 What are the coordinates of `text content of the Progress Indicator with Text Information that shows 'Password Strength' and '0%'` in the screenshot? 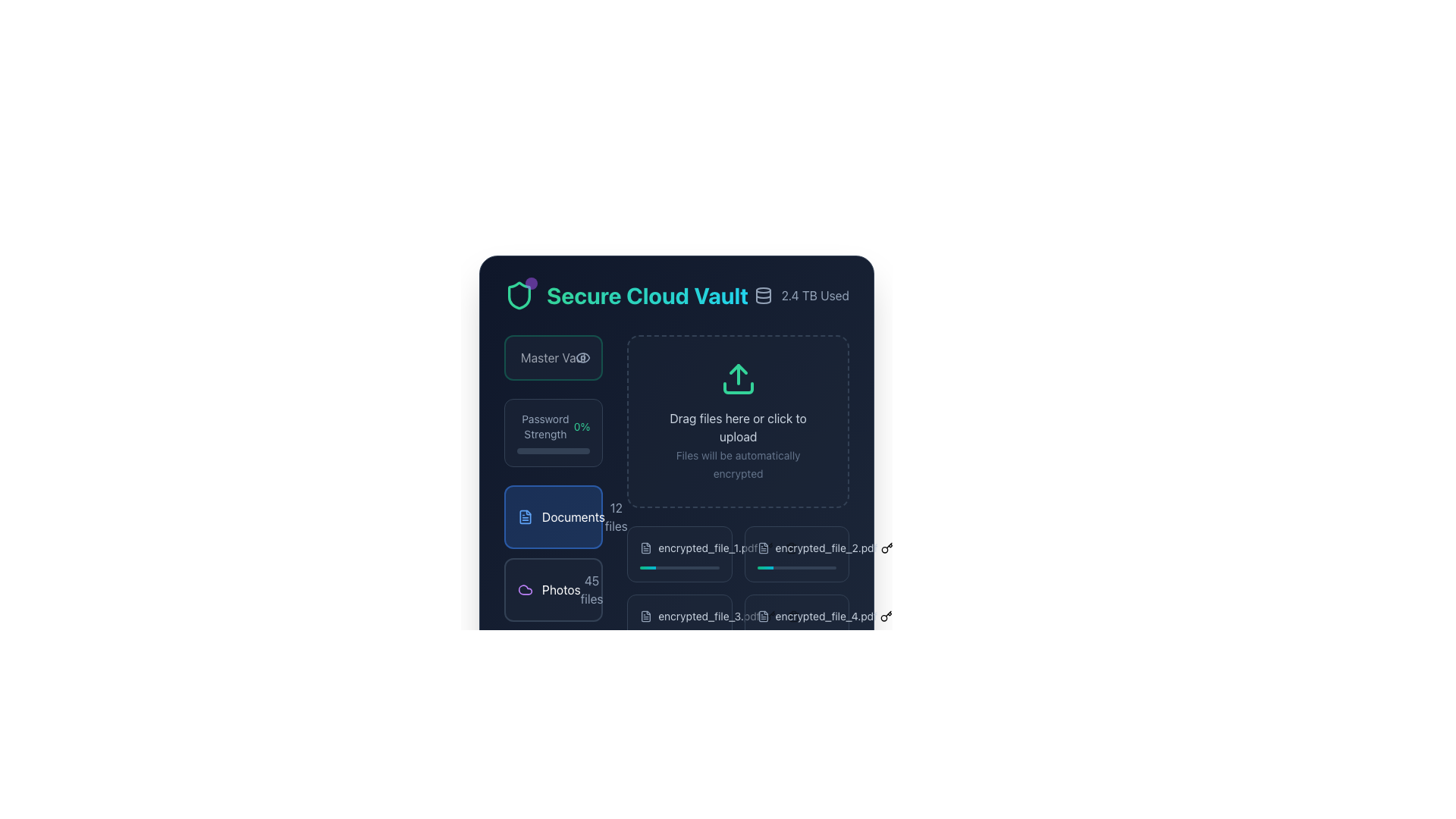 It's located at (553, 432).